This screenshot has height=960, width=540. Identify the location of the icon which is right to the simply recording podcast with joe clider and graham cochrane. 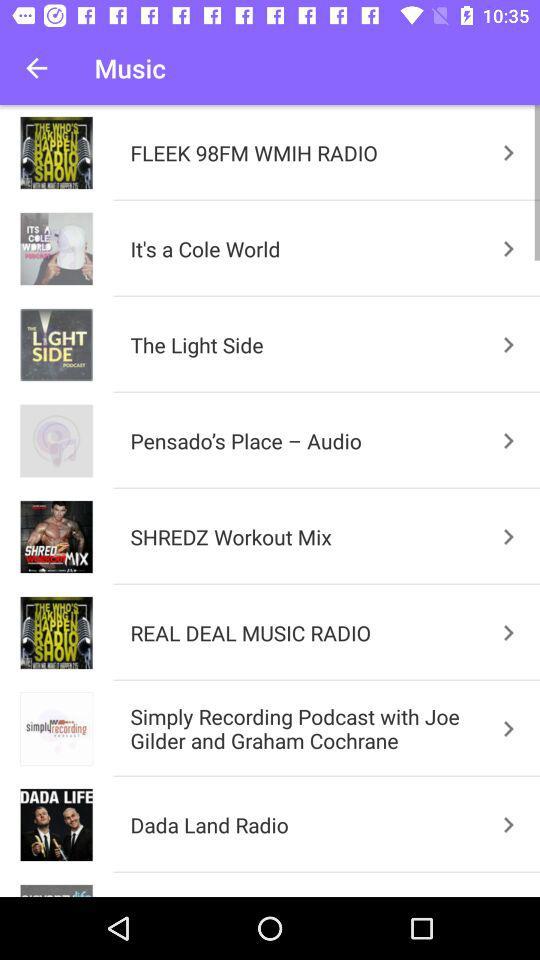
(509, 728).